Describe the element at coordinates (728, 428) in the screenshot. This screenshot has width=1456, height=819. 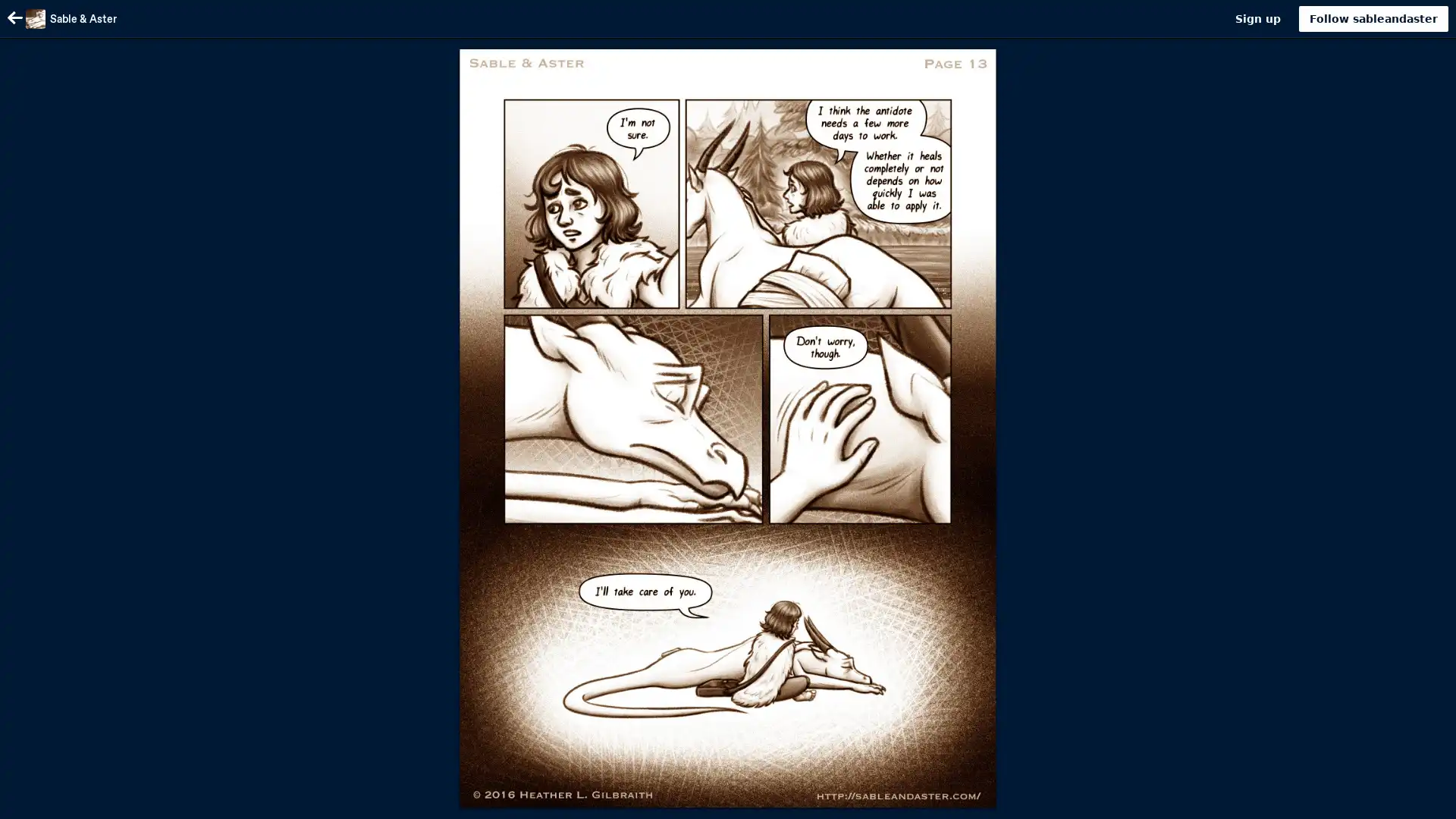
I see `Image` at that location.